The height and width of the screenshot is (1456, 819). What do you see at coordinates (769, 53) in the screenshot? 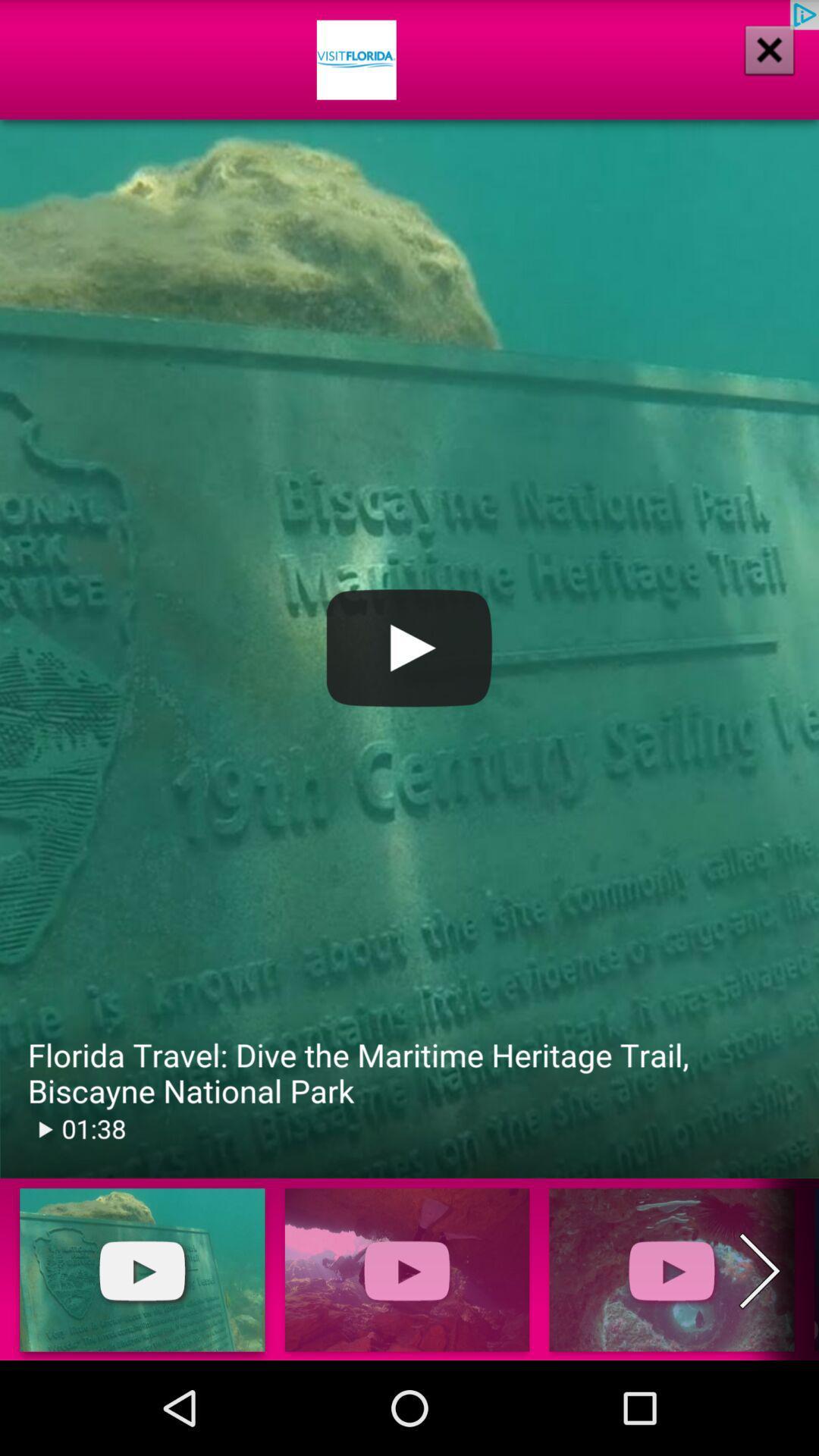
I see `the close icon` at bounding box center [769, 53].